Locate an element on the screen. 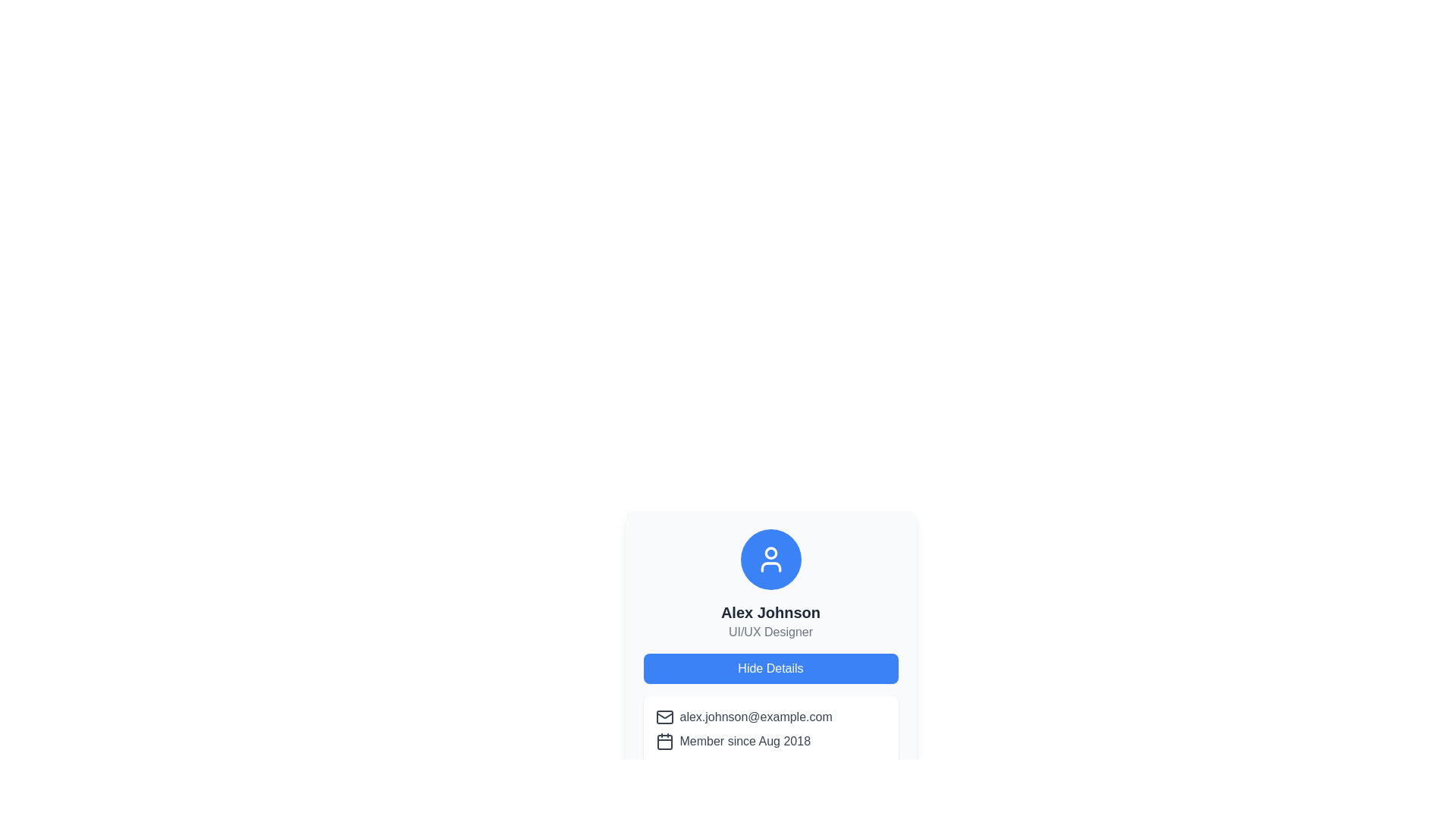  the text element displaying the user's email address, which is contained within a card-like component and positioned below a blue action button is located at coordinates (770, 717).